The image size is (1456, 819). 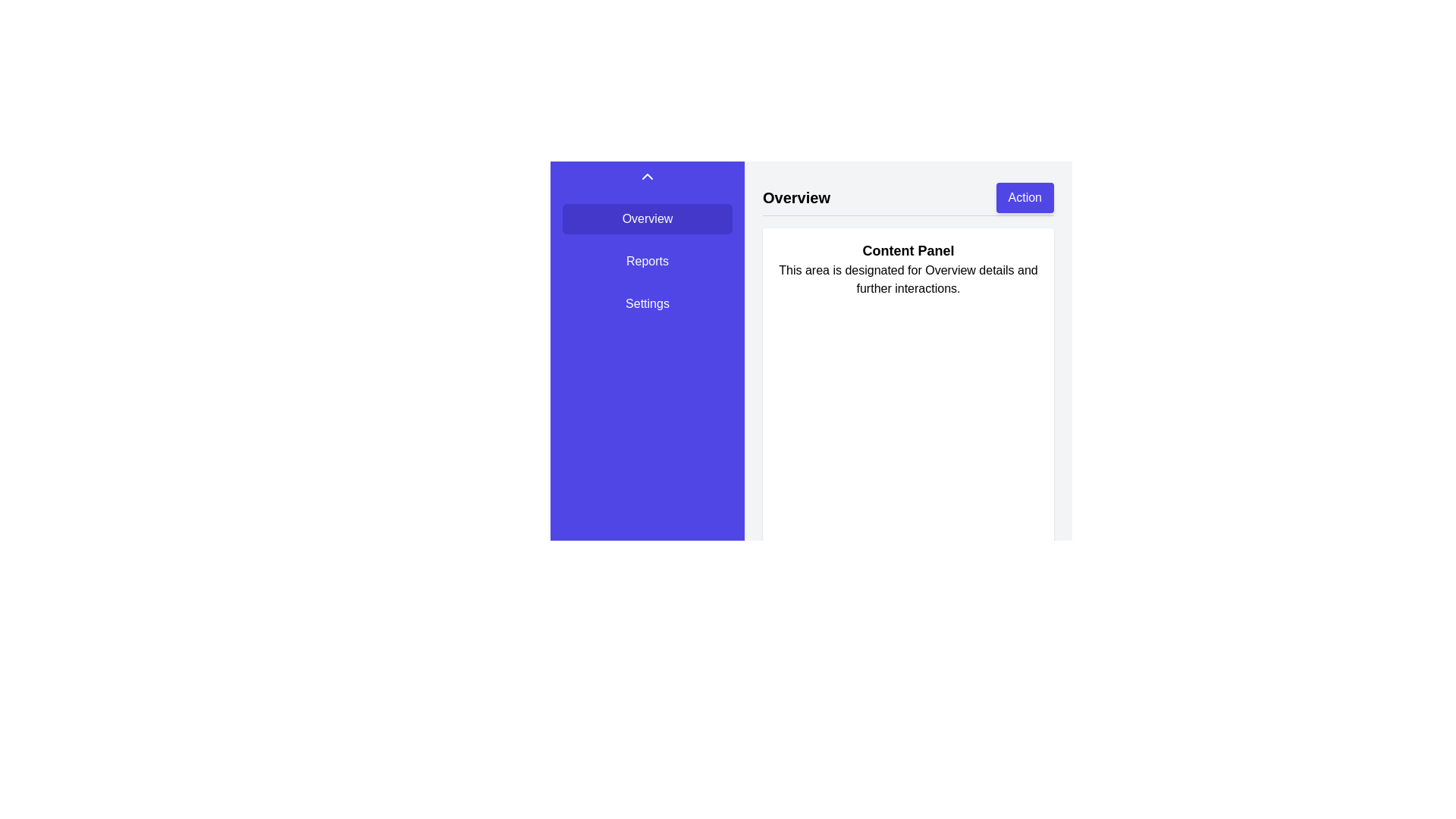 I want to click on the topmost button labeled 'Overview' with a purple background to trigger hover effects, so click(x=648, y=219).